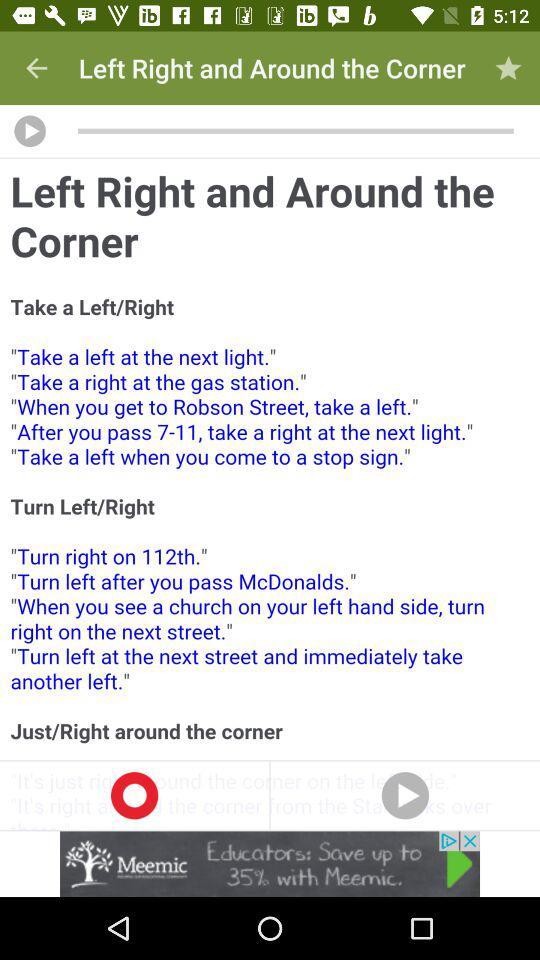 The width and height of the screenshot is (540, 960). What do you see at coordinates (405, 795) in the screenshot?
I see `the explore icon` at bounding box center [405, 795].